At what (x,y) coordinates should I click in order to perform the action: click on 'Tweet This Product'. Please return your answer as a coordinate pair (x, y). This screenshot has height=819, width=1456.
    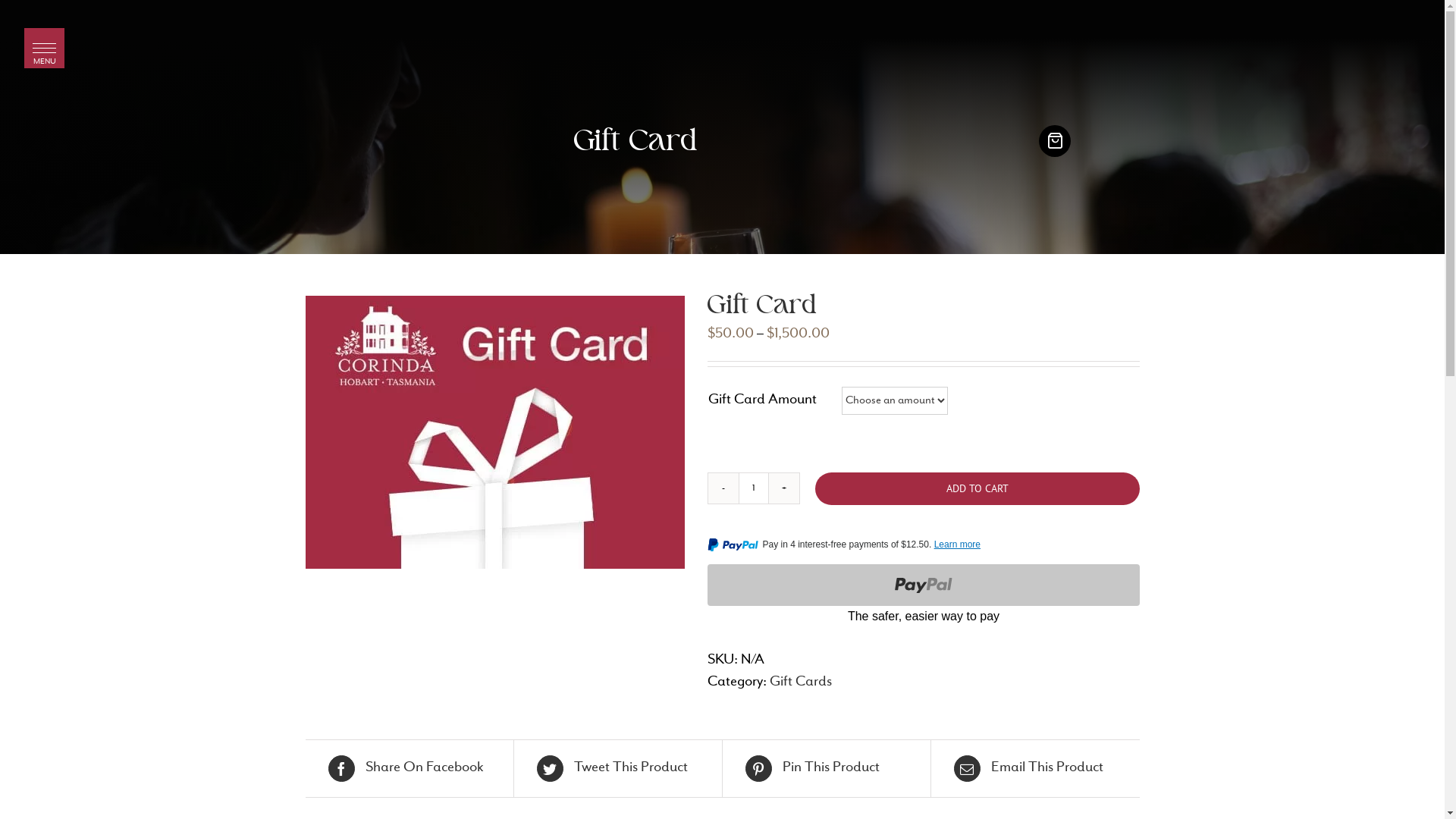
    Looking at the image, I should click on (618, 768).